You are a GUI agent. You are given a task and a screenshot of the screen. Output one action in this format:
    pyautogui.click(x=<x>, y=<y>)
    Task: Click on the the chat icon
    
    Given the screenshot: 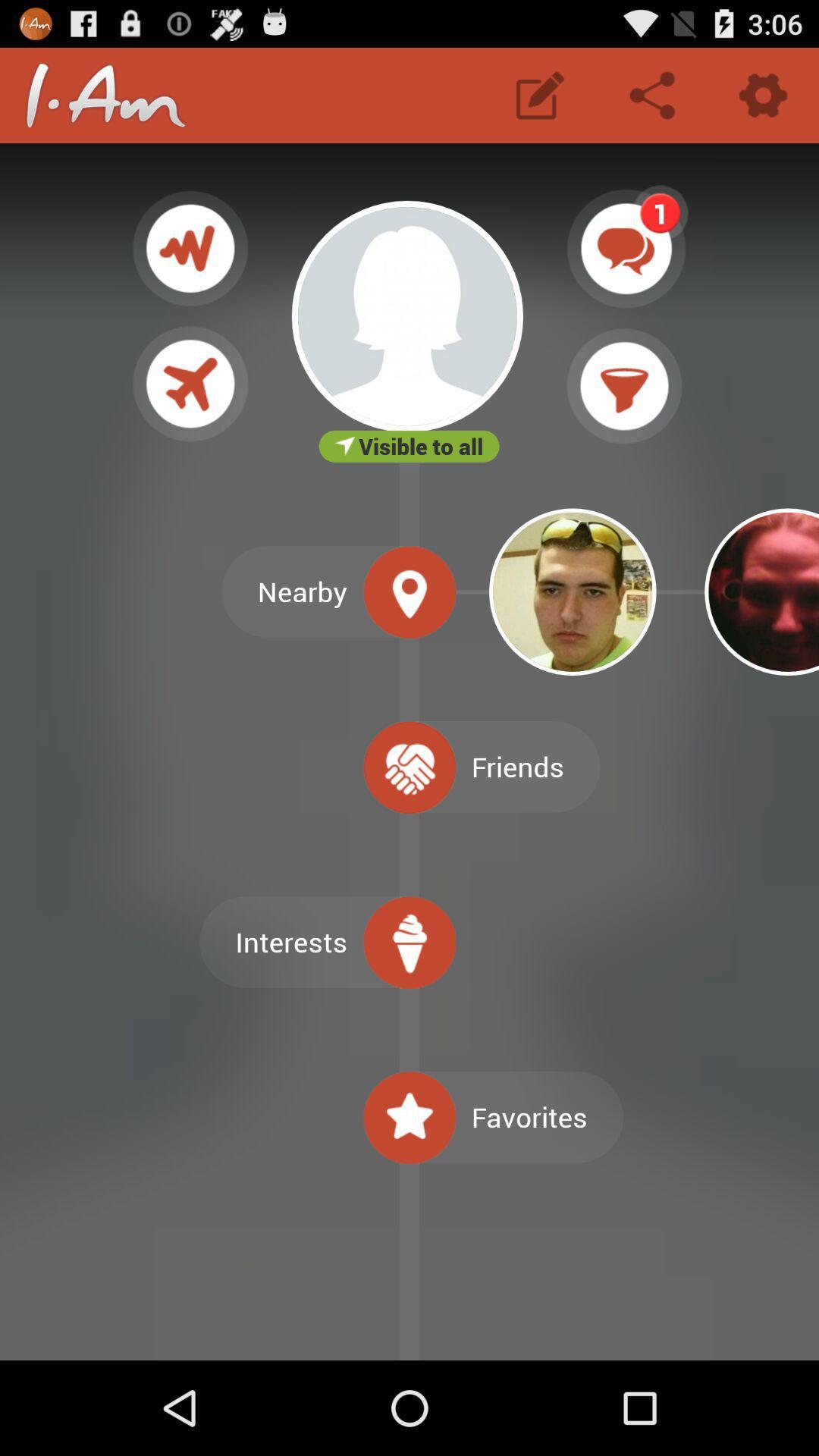 What is the action you would take?
    pyautogui.click(x=626, y=266)
    